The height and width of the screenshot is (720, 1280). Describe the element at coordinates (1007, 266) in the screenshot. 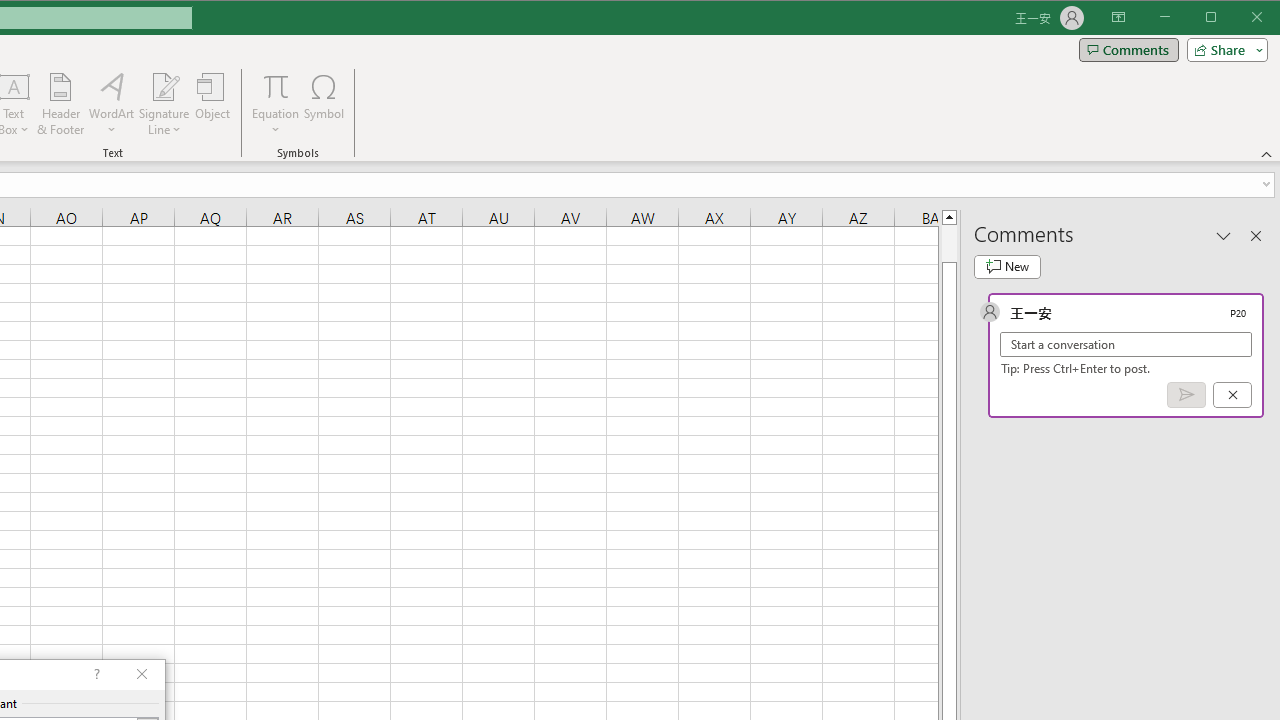

I see `'New comment'` at that location.